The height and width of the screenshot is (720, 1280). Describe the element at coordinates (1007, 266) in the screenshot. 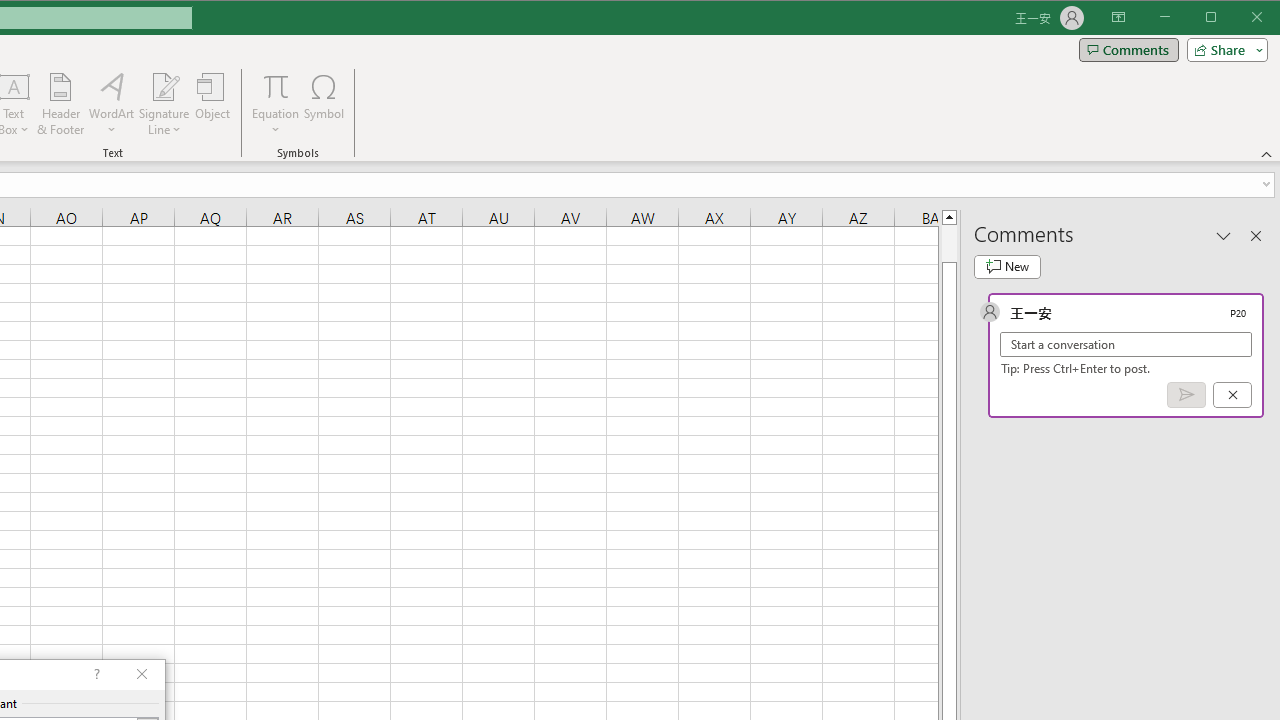

I see `'New comment'` at that location.